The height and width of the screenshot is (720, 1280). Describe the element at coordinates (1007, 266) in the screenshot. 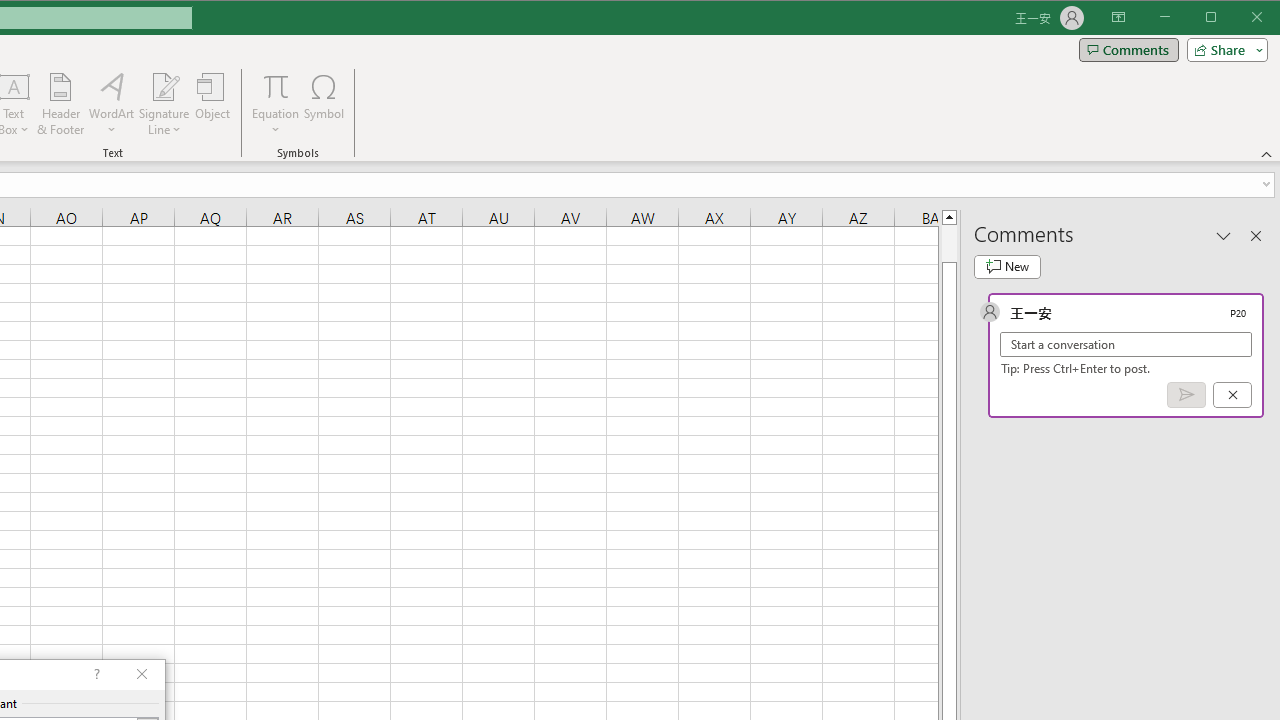

I see `'New comment'` at that location.